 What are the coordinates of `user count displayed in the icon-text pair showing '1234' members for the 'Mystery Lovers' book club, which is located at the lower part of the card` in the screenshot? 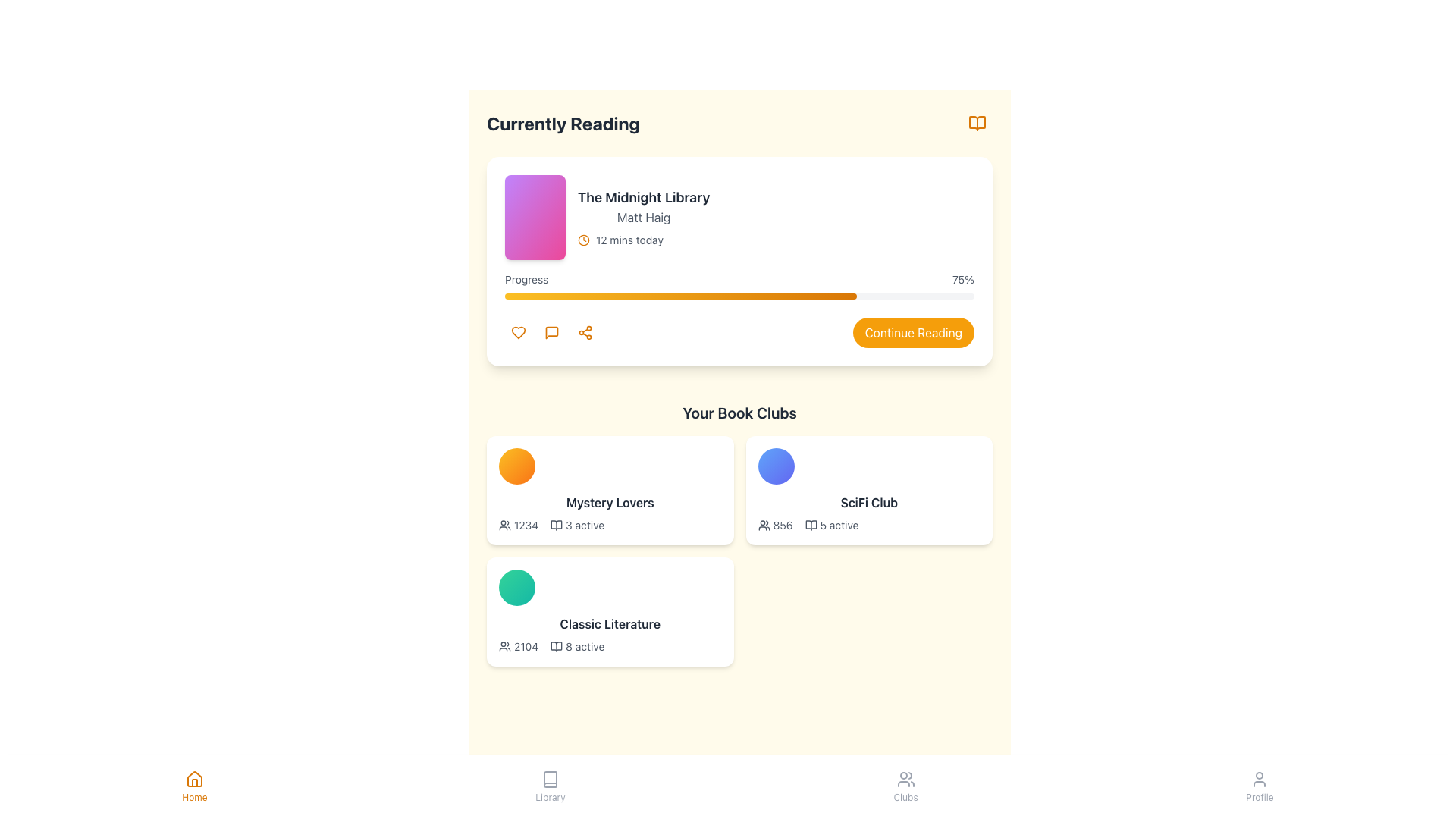 It's located at (519, 525).